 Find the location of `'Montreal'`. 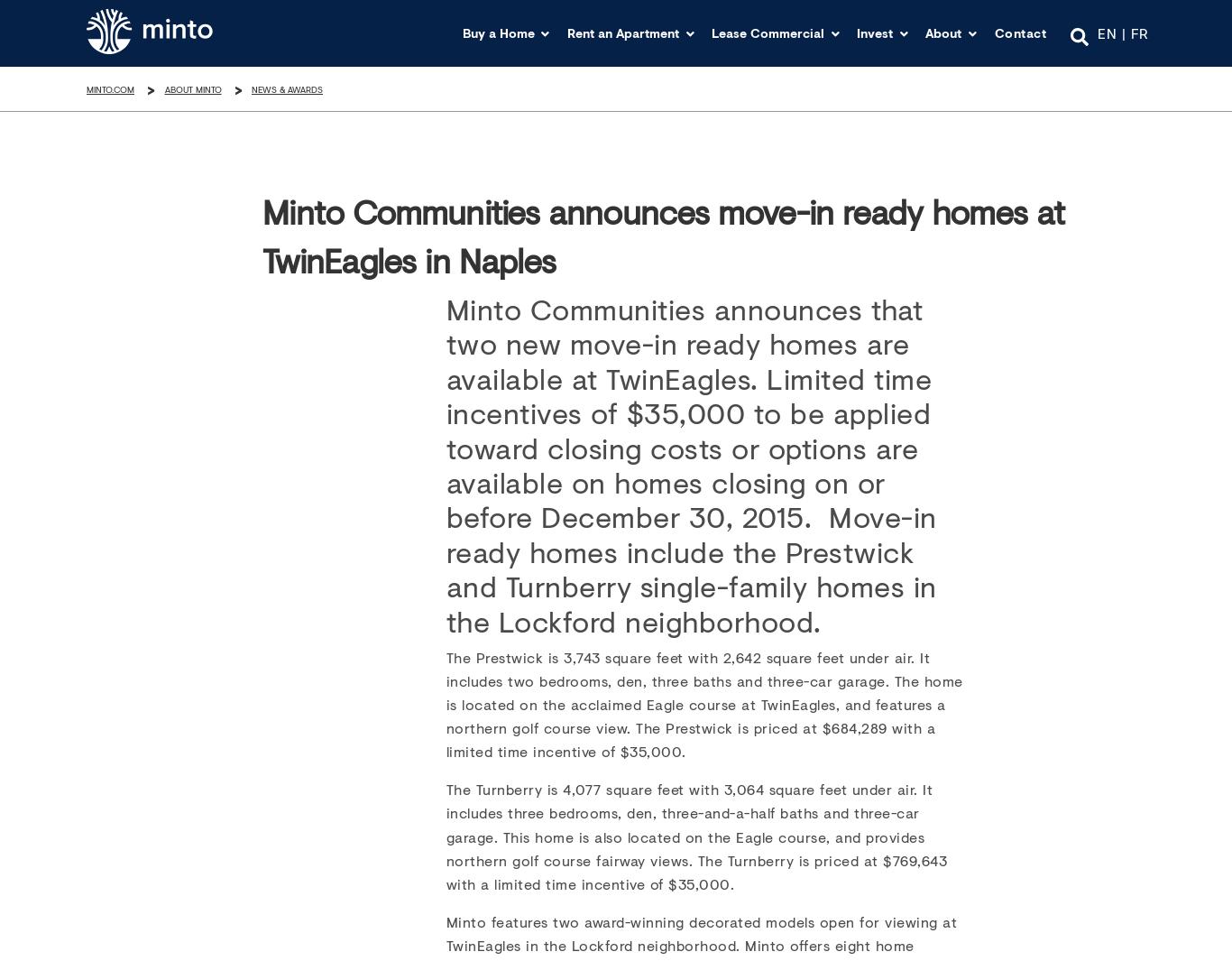

'Montreal' is located at coordinates (610, 199).